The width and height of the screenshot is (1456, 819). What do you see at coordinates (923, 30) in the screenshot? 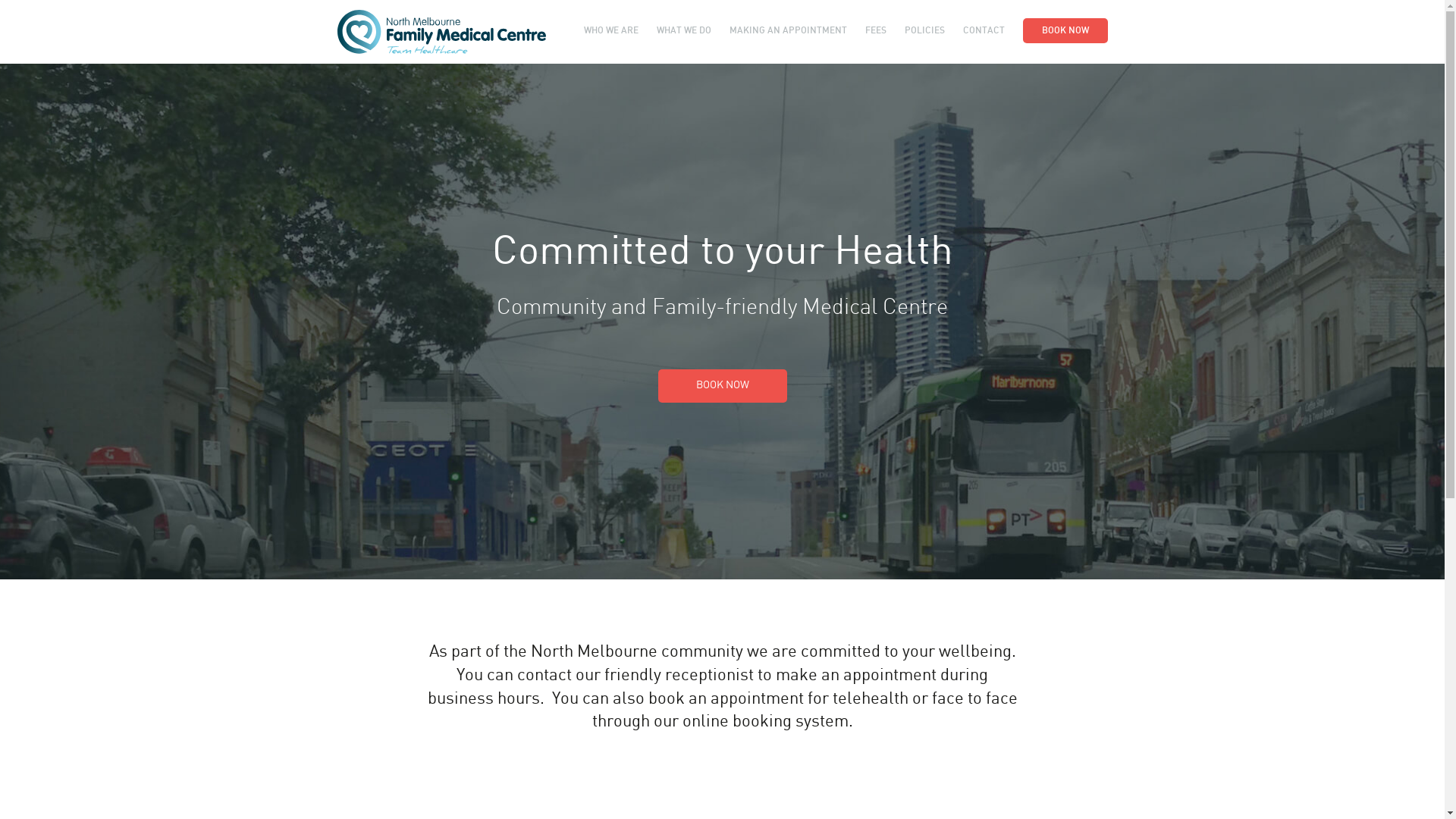
I see `'POLICIES'` at bounding box center [923, 30].